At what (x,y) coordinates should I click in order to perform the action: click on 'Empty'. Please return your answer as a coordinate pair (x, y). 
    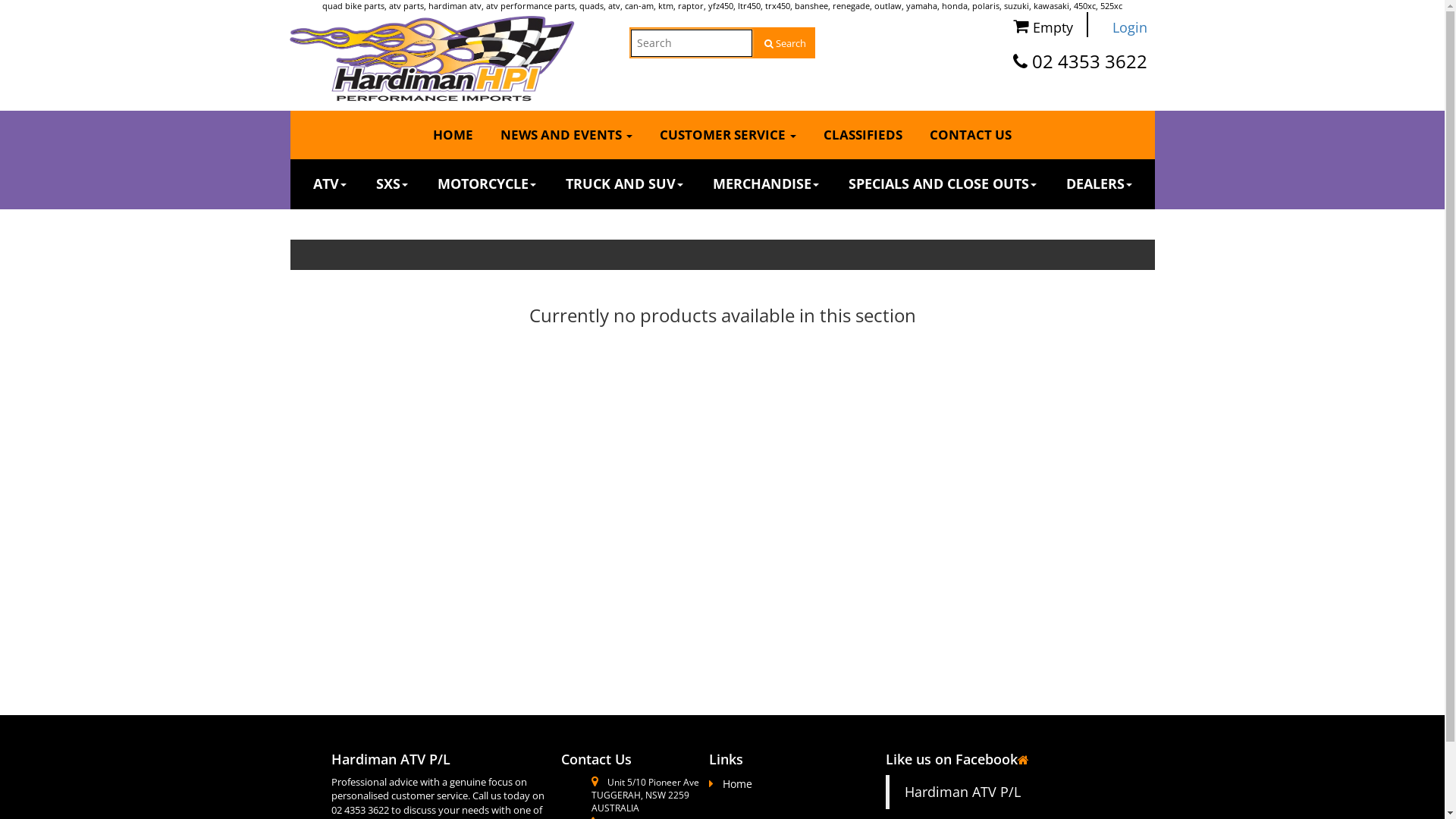
    Looking at the image, I should click on (1040, 22).